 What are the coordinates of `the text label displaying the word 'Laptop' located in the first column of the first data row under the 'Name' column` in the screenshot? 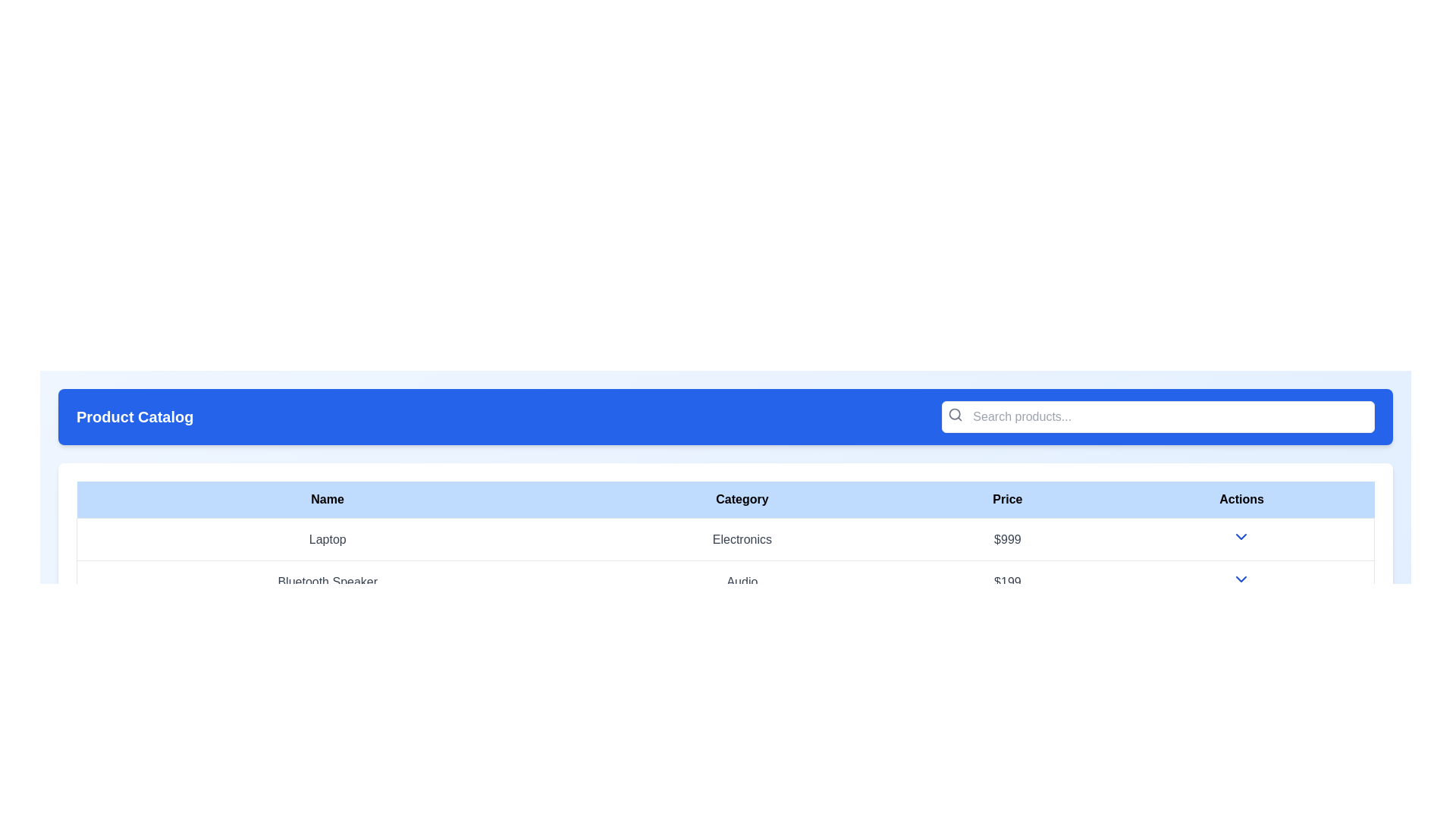 It's located at (327, 538).